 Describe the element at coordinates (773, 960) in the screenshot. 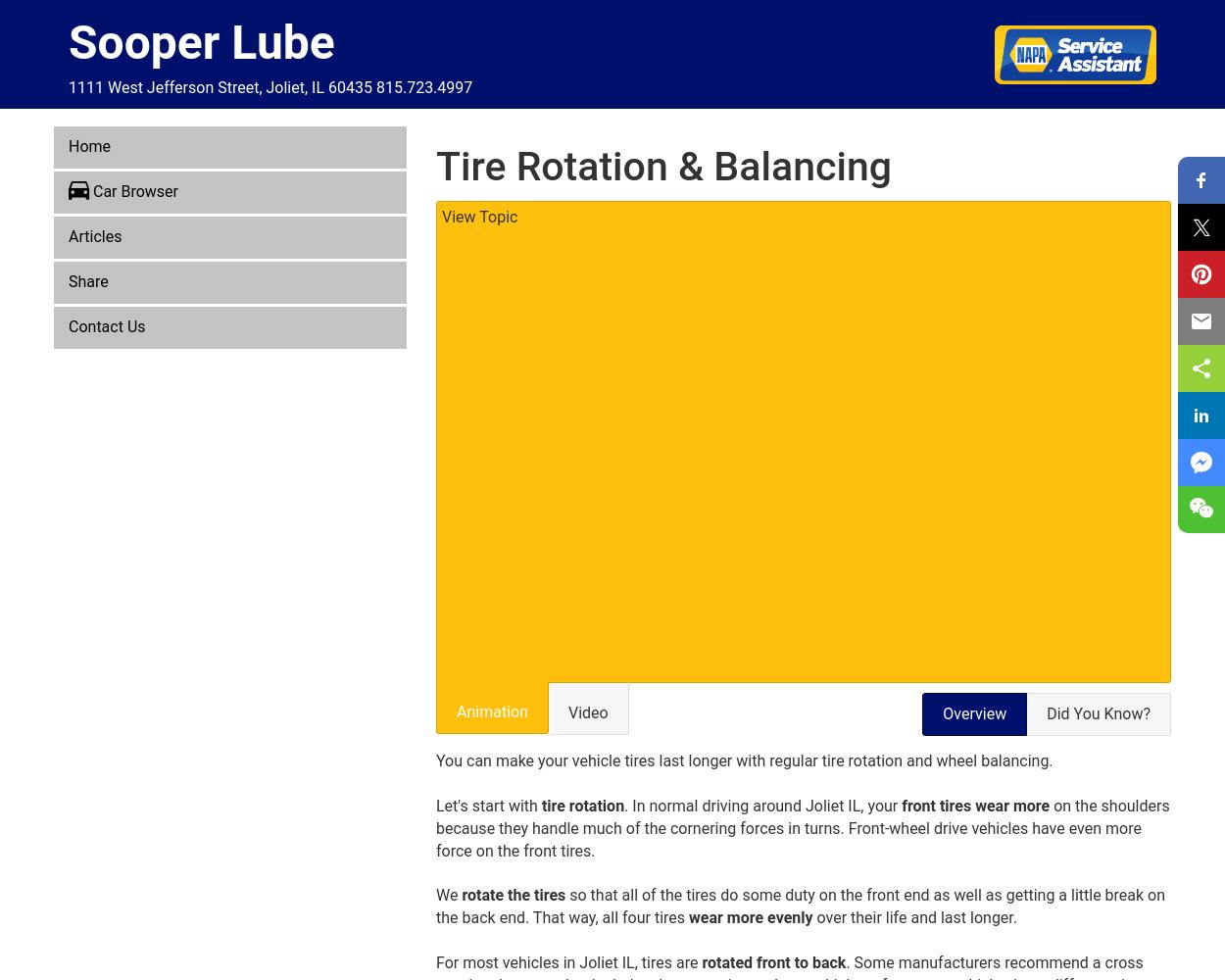

I see `'rotated front to back'` at that location.